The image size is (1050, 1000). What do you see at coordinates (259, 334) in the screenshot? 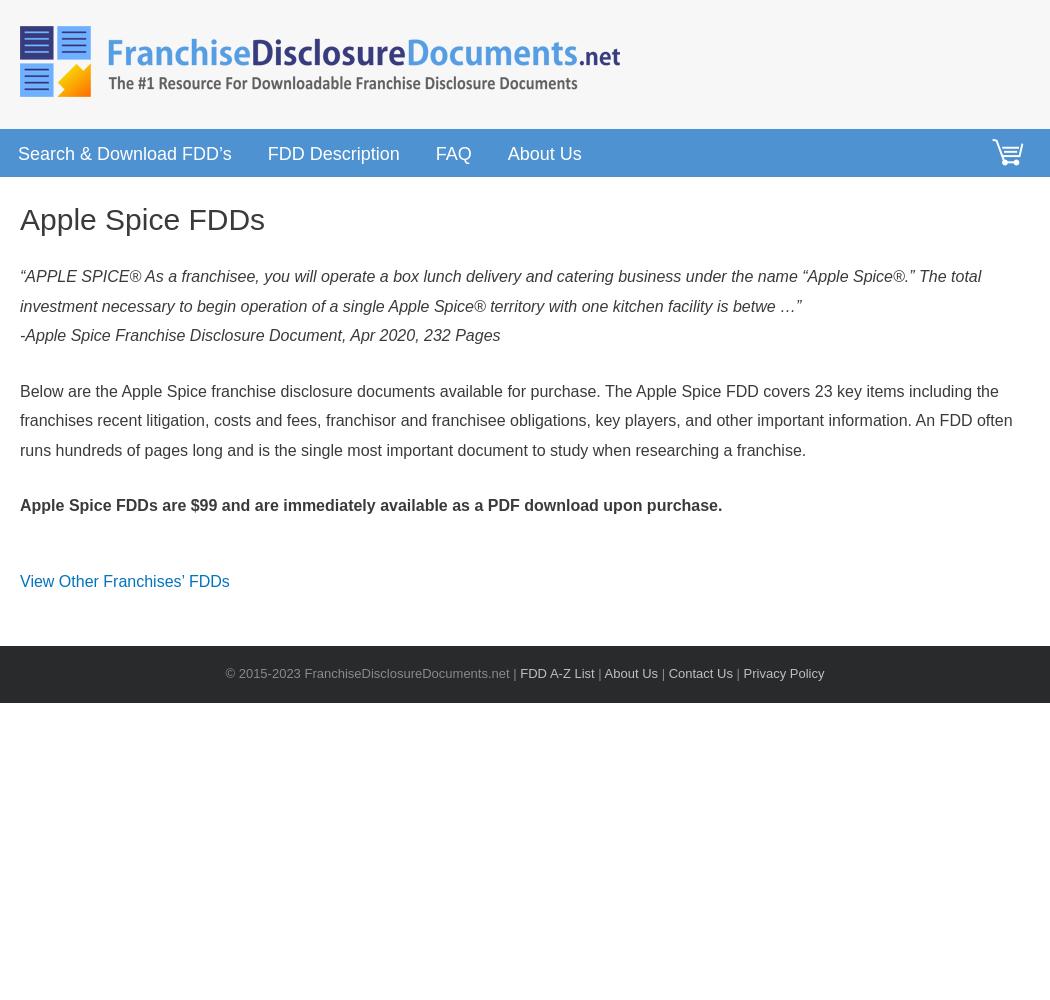
I see `'-Apple Spice Franchise Disclosure Document, Apr 2020,  232 Pages'` at bounding box center [259, 334].